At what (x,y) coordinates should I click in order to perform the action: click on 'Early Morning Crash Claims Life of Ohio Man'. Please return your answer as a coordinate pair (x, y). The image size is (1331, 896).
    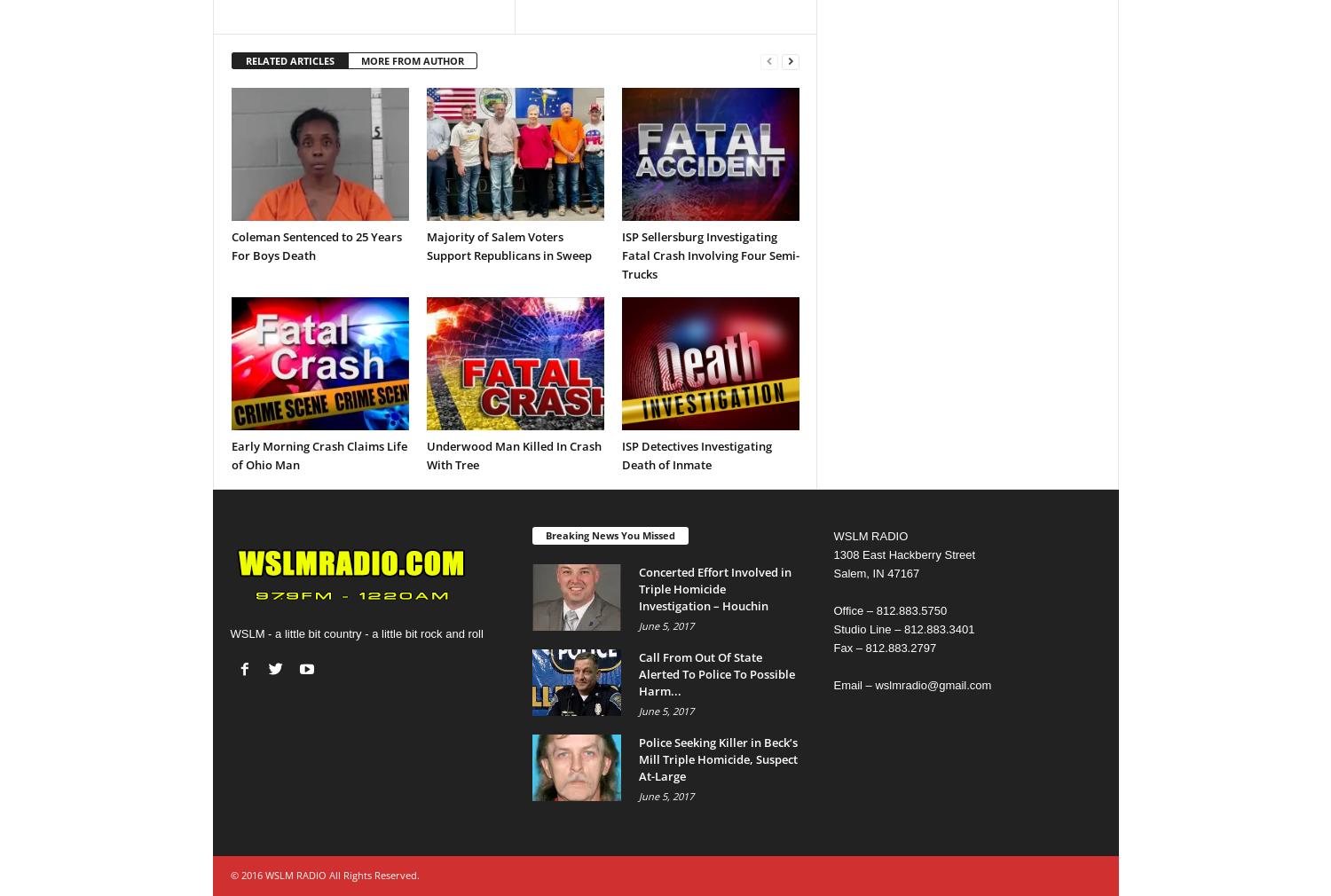
    Looking at the image, I should click on (317, 454).